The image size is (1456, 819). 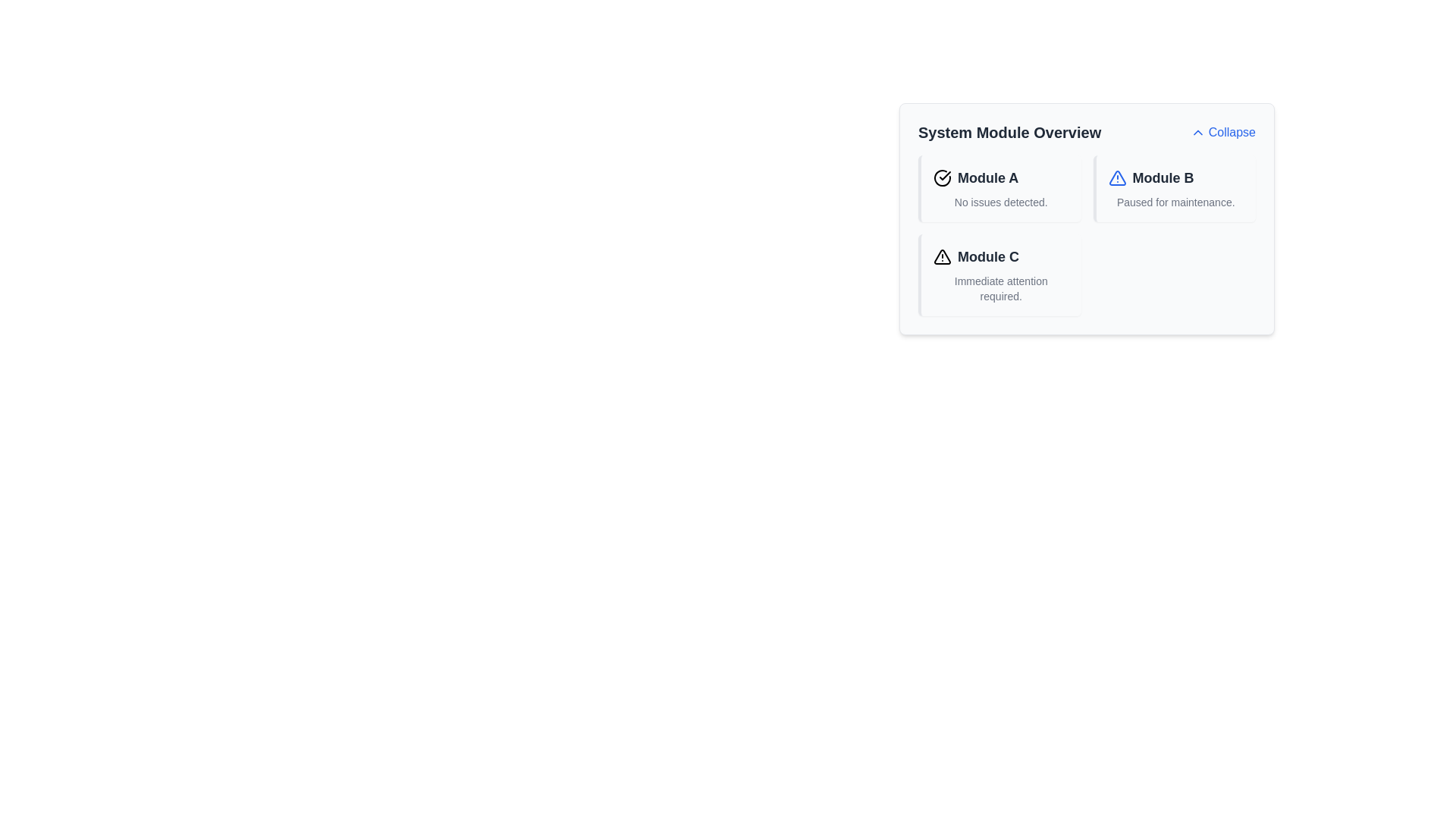 What do you see at coordinates (1117, 177) in the screenshot?
I see `the alert icon indicating 'Module B' operations within the 'System Module Overview' dashboard` at bounding box center [1117, 177].